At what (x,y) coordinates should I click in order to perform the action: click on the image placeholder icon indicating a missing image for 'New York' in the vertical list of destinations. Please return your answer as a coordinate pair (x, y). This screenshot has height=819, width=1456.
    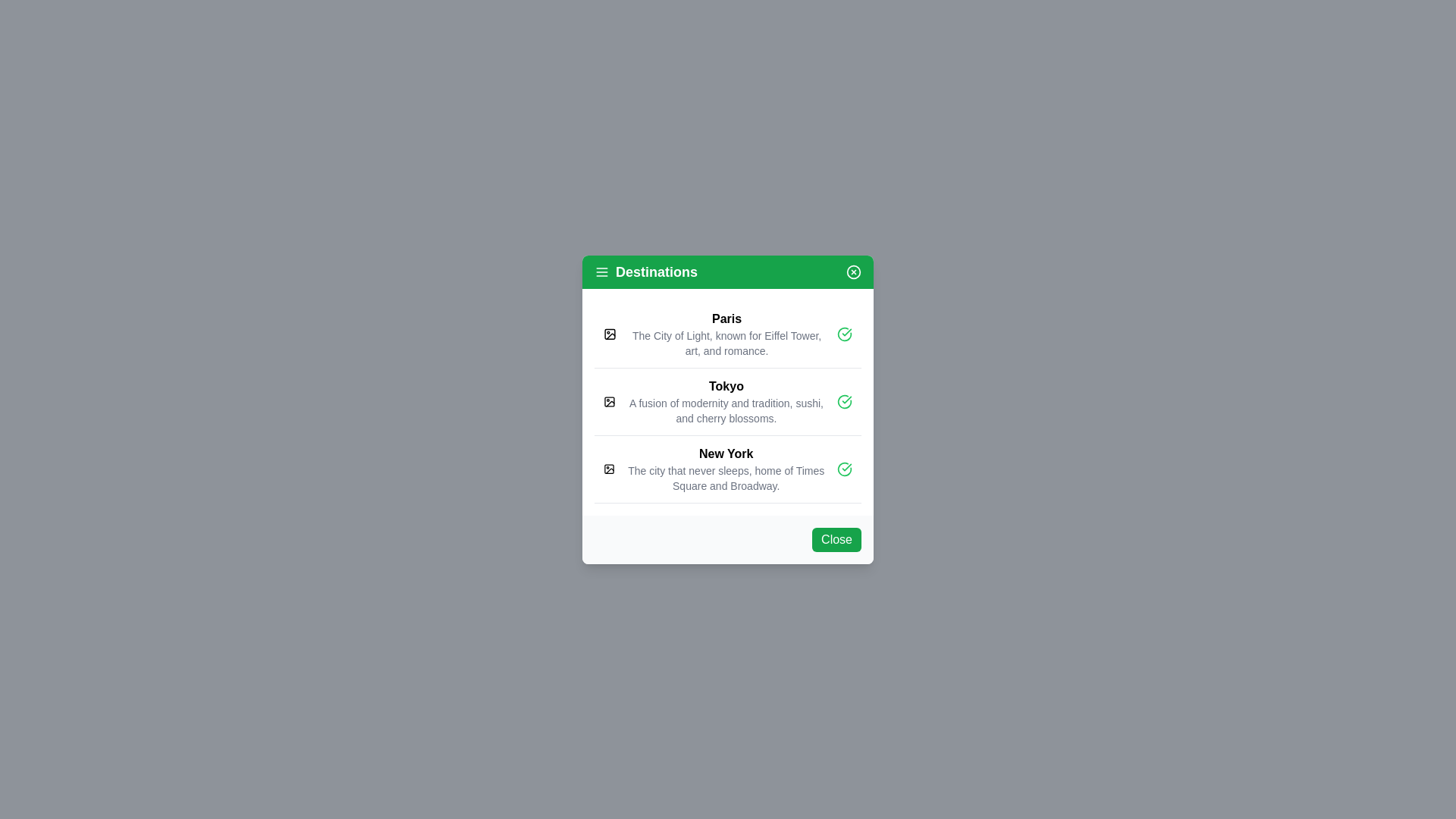
    Looking at the image, I should click on (609, 468).